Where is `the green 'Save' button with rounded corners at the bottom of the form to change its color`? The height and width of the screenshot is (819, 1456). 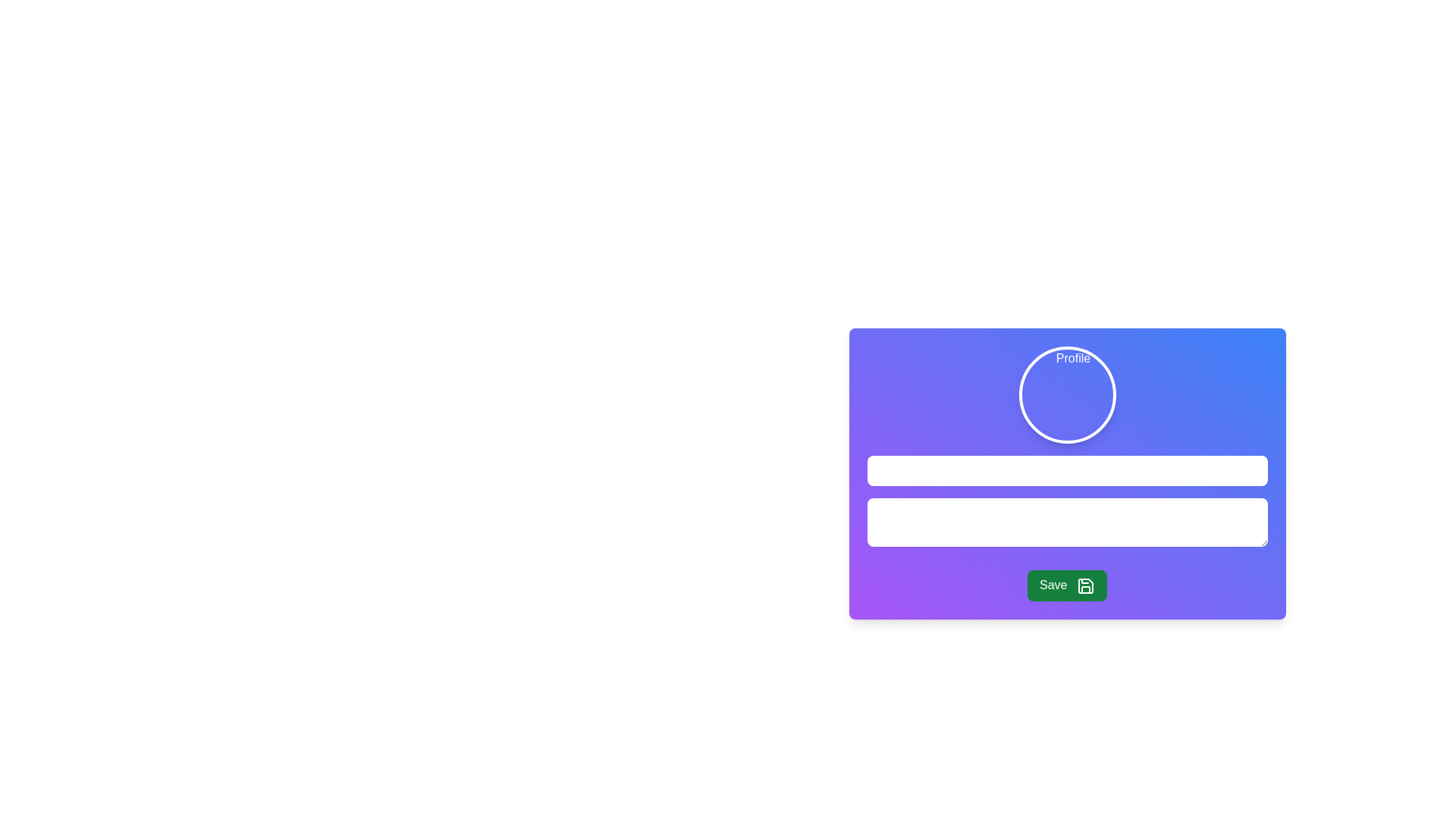
the green 'Save' button with rounded corners at the bottom of the form to change its color is located at coordinates (1066, 585).